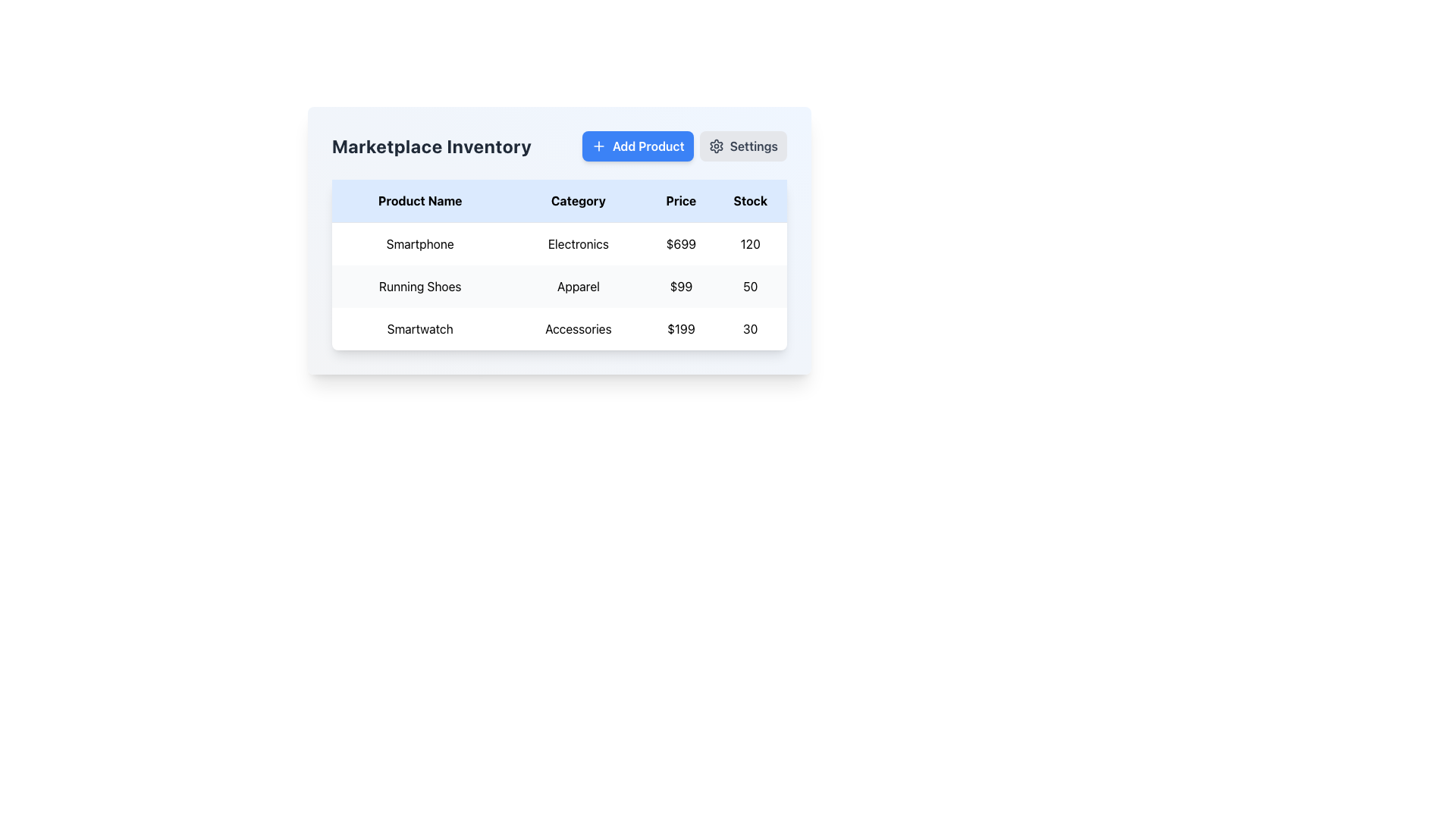 This screenshot has height=819, width=1456. Describe the element at coordinates (559, 242) in the screenshot. I see `the first row` at that location.